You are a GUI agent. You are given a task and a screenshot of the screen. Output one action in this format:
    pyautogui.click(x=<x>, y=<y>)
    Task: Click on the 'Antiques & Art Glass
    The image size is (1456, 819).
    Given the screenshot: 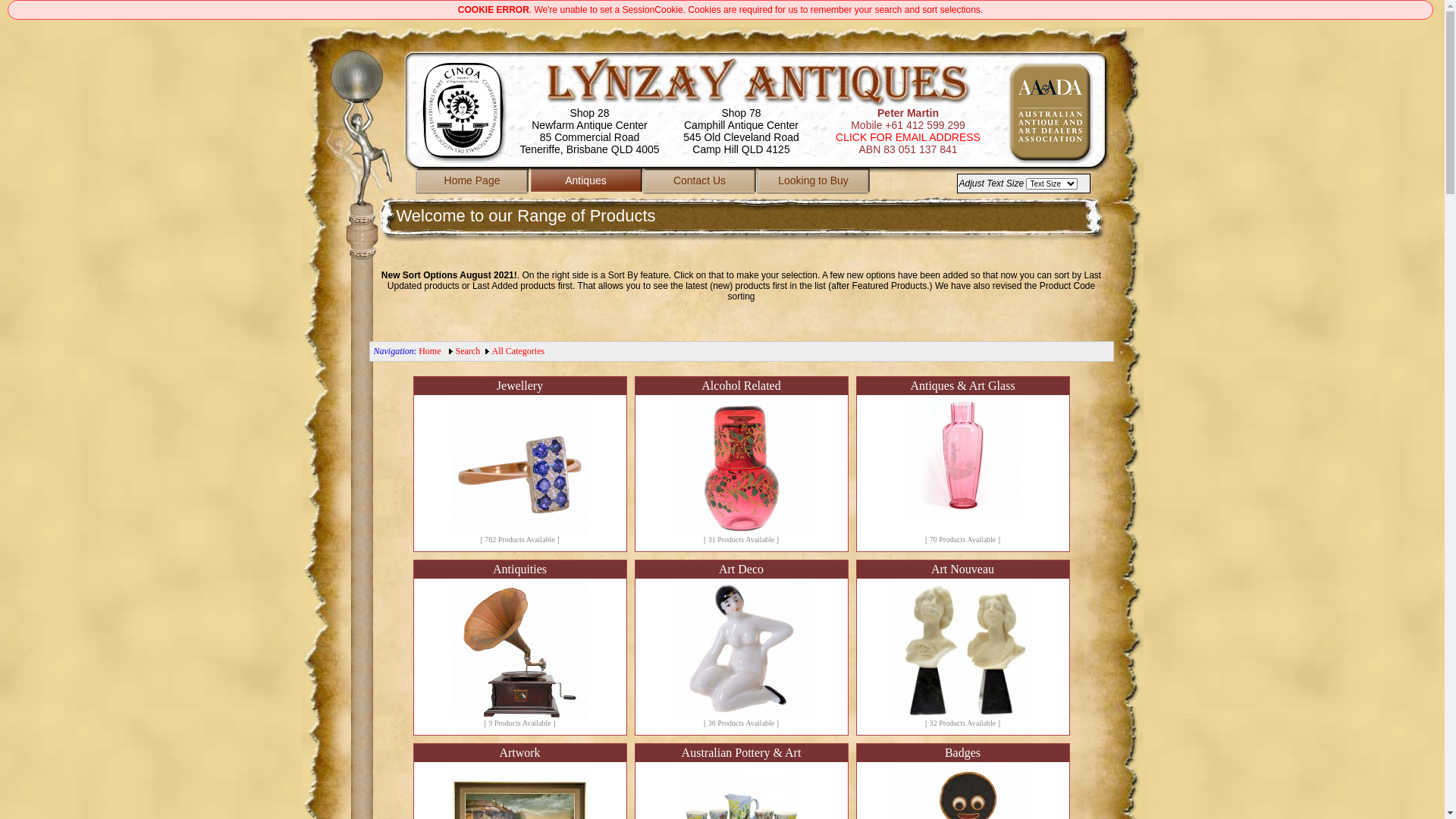 What is the action you would take?
    pyautogui.click(x=961, y=463)
    